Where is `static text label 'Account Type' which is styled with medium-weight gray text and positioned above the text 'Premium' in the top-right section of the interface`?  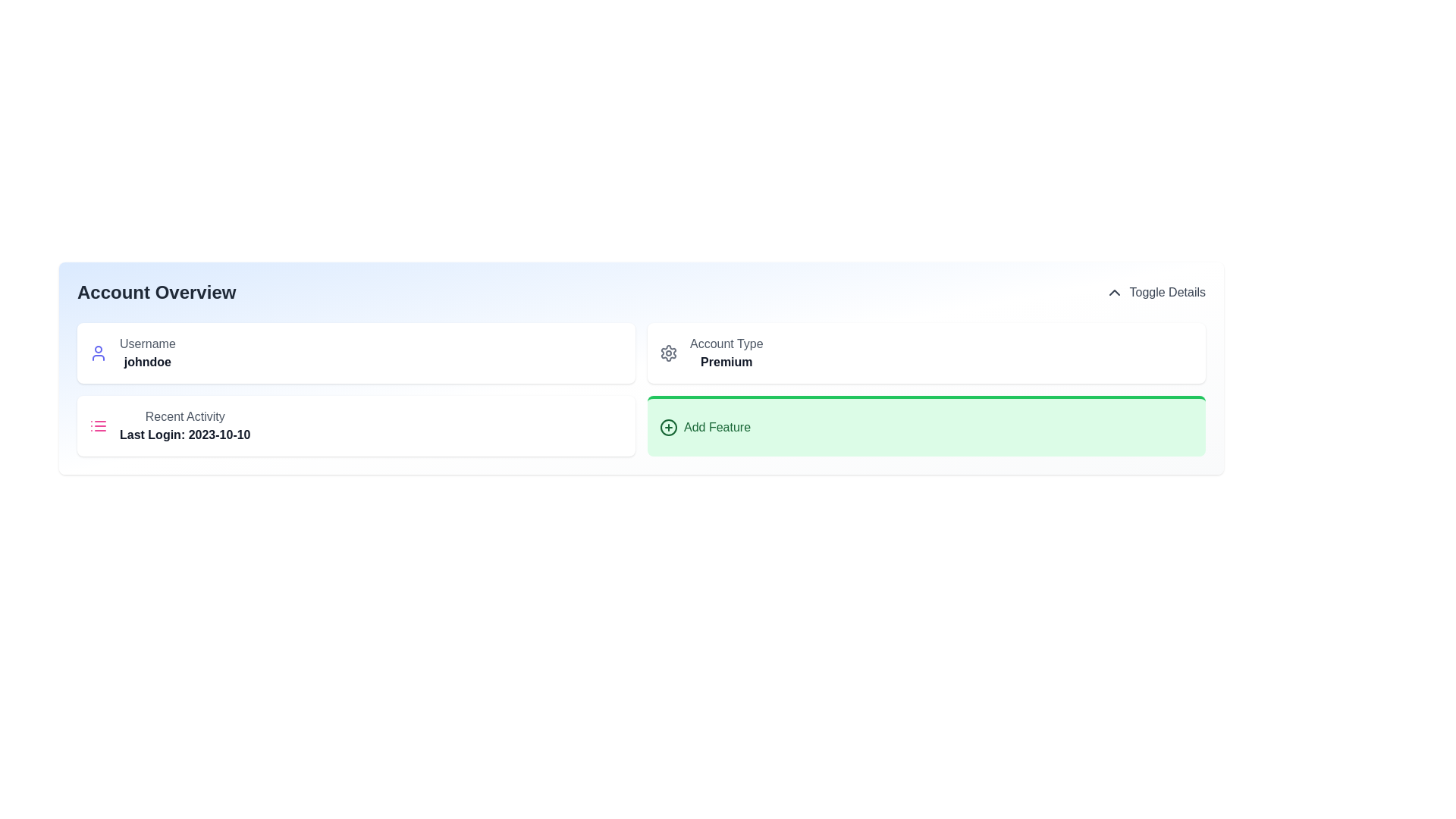 static text label 'Account Type' which is styled with medium-weight gray text and positioned above the text 'Premium' in the top-right section of the interface is located at coordinates (726, 344).